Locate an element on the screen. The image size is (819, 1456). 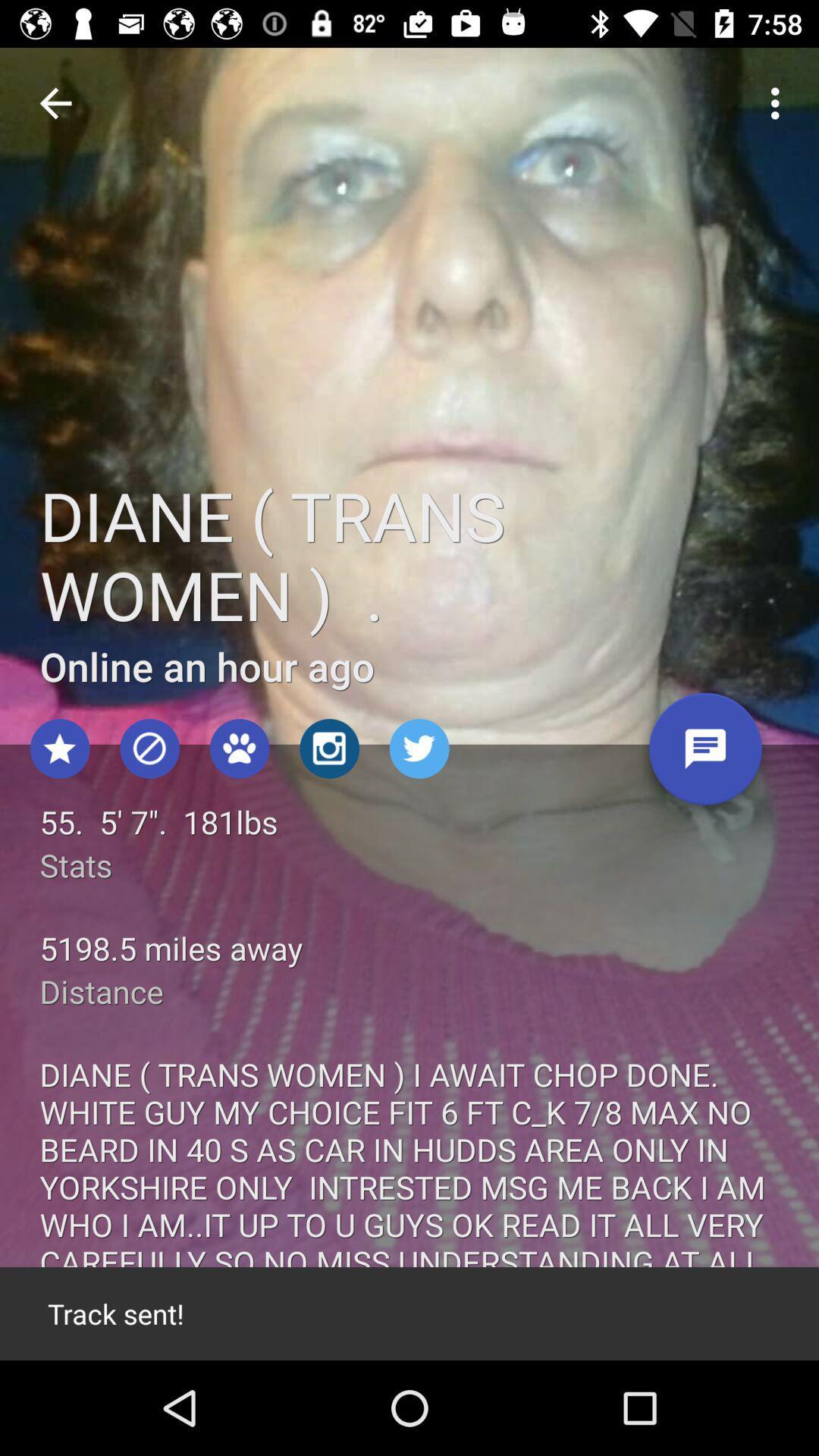
the chat icon is located at coordinates (705, 755).